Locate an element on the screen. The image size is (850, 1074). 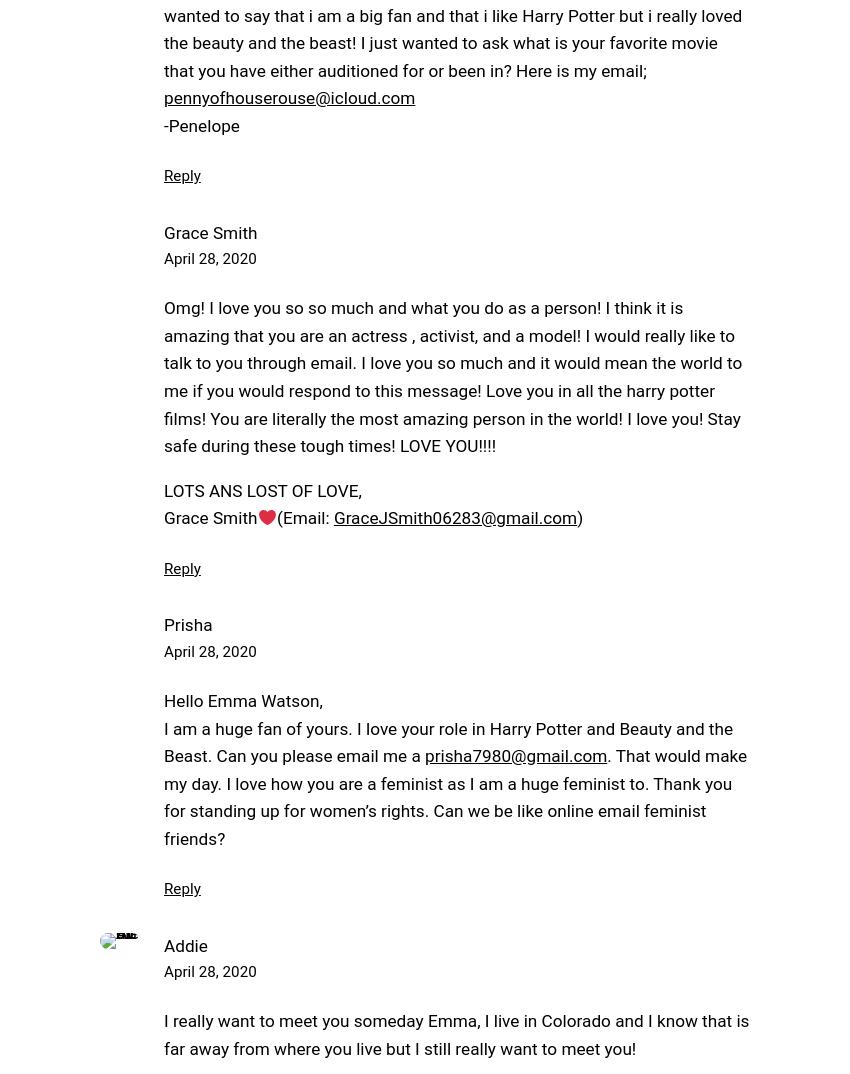
'Omg! I love you so so much and what you do as a person! I think it is amazing that you are an actress , activist, and a model! I would really like to talk to you through email. I love you so much and it would mean the world to me if you would respond to this message! Love you in all the harry potter films! You are literally the most amazing person in the world! I love you! Stay safe during these tough times! LOVE YOU!!!!' is located at coordinates (451, 375).